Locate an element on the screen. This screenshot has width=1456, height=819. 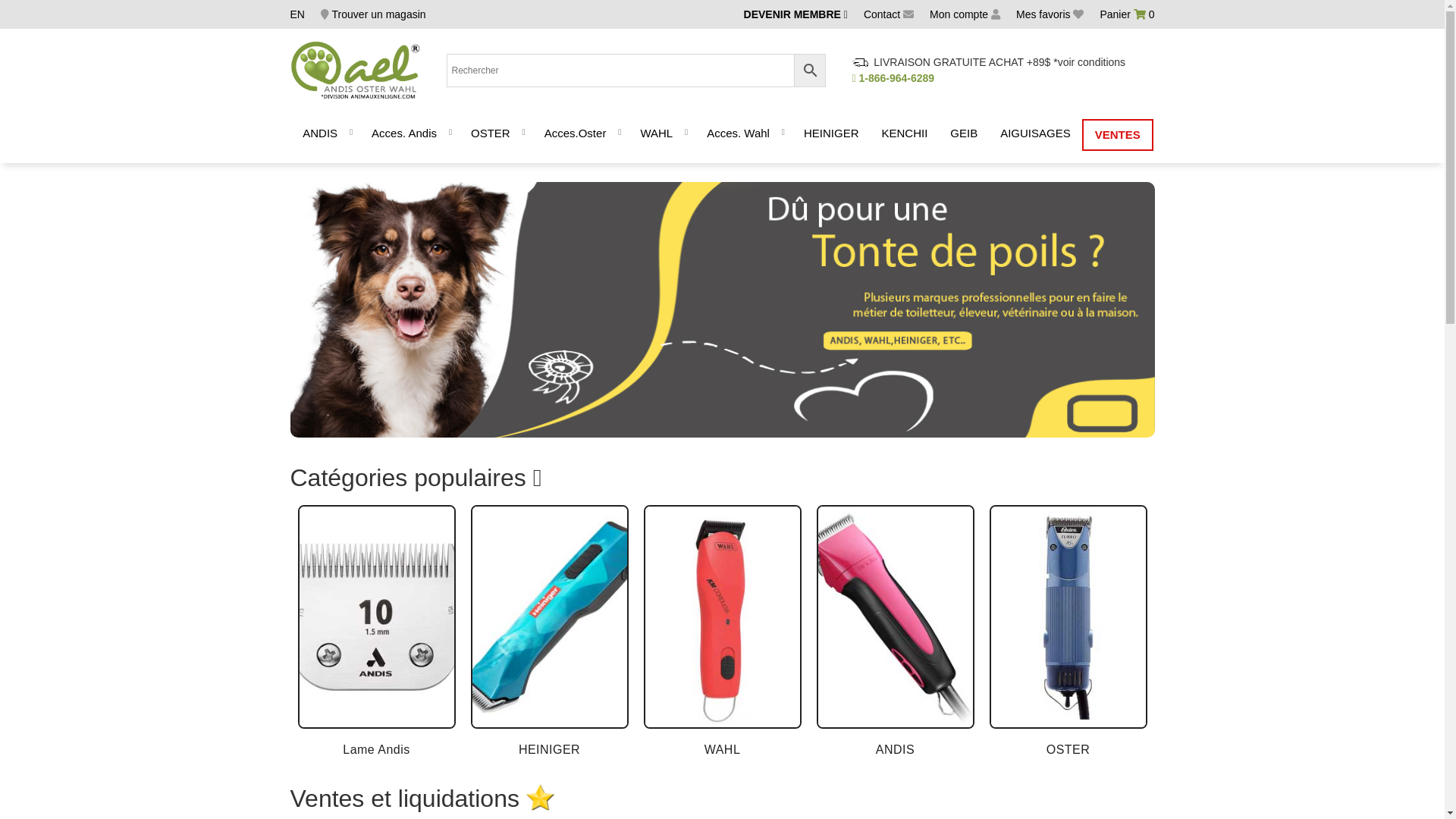
'HEINIGER' is located at coordinates (548, 632).